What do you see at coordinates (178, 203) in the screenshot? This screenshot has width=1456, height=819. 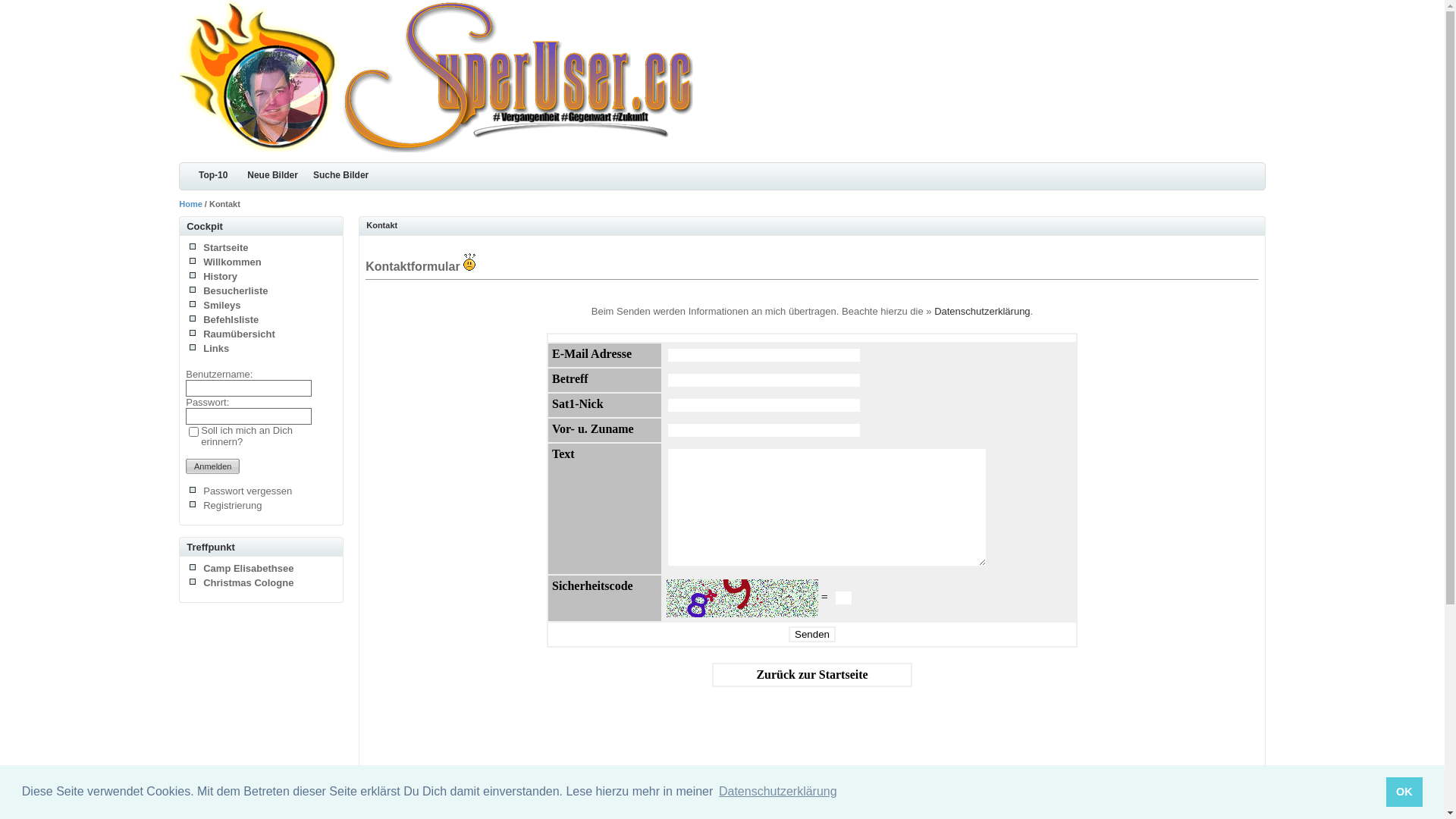 I see `'Home'` at bounding box center [178, 203].